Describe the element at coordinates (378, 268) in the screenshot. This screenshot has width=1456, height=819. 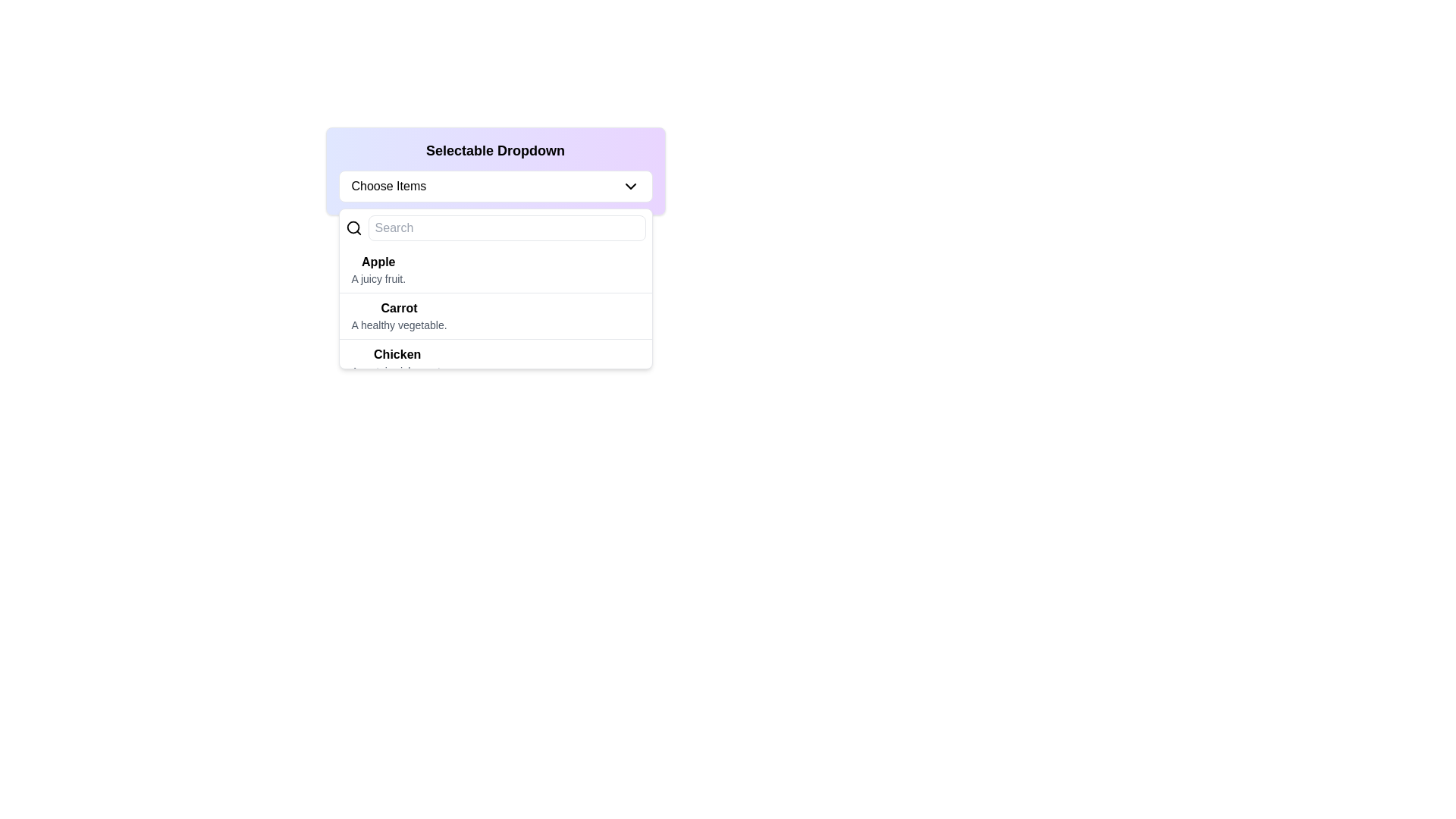
I see `the dropdown list item containing 'Apple' in bold and the description 'A juicy fruit.'` at that location.